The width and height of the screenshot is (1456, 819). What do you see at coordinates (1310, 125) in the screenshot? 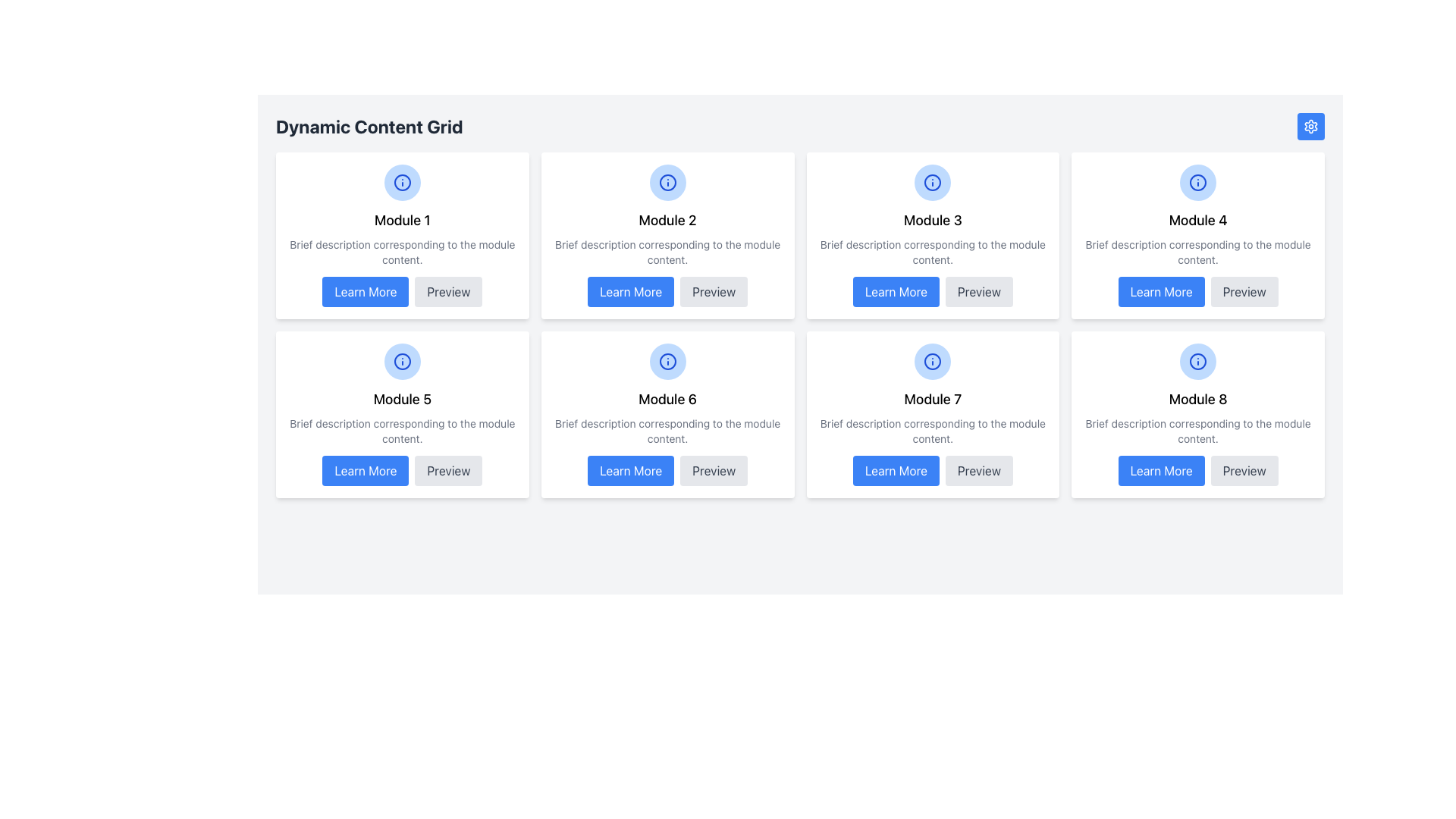
I see `the settings gear icon located in the top right corner of the interface, characterized by its blue color and circular pattern` at bounding box center [1310, 125].